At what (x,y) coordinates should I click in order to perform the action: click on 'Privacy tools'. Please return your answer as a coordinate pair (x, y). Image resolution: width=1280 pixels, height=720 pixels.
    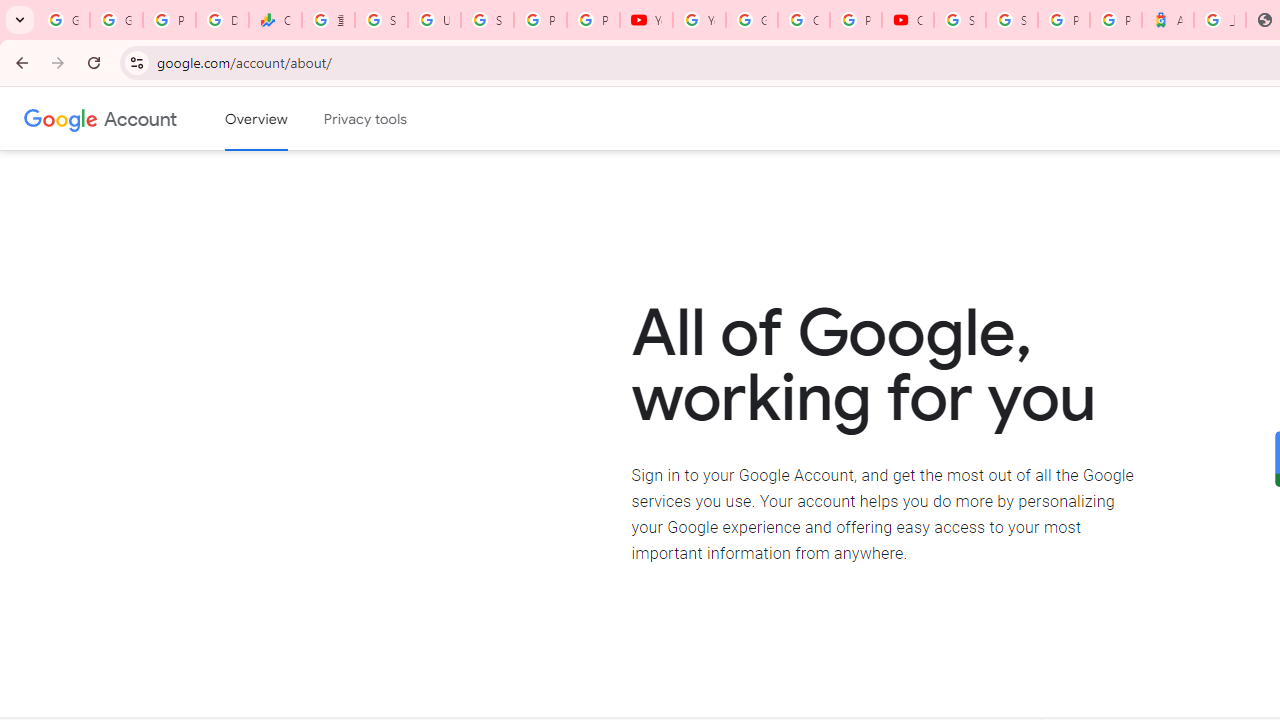
    Looking at the image, I should click on (366, 119).